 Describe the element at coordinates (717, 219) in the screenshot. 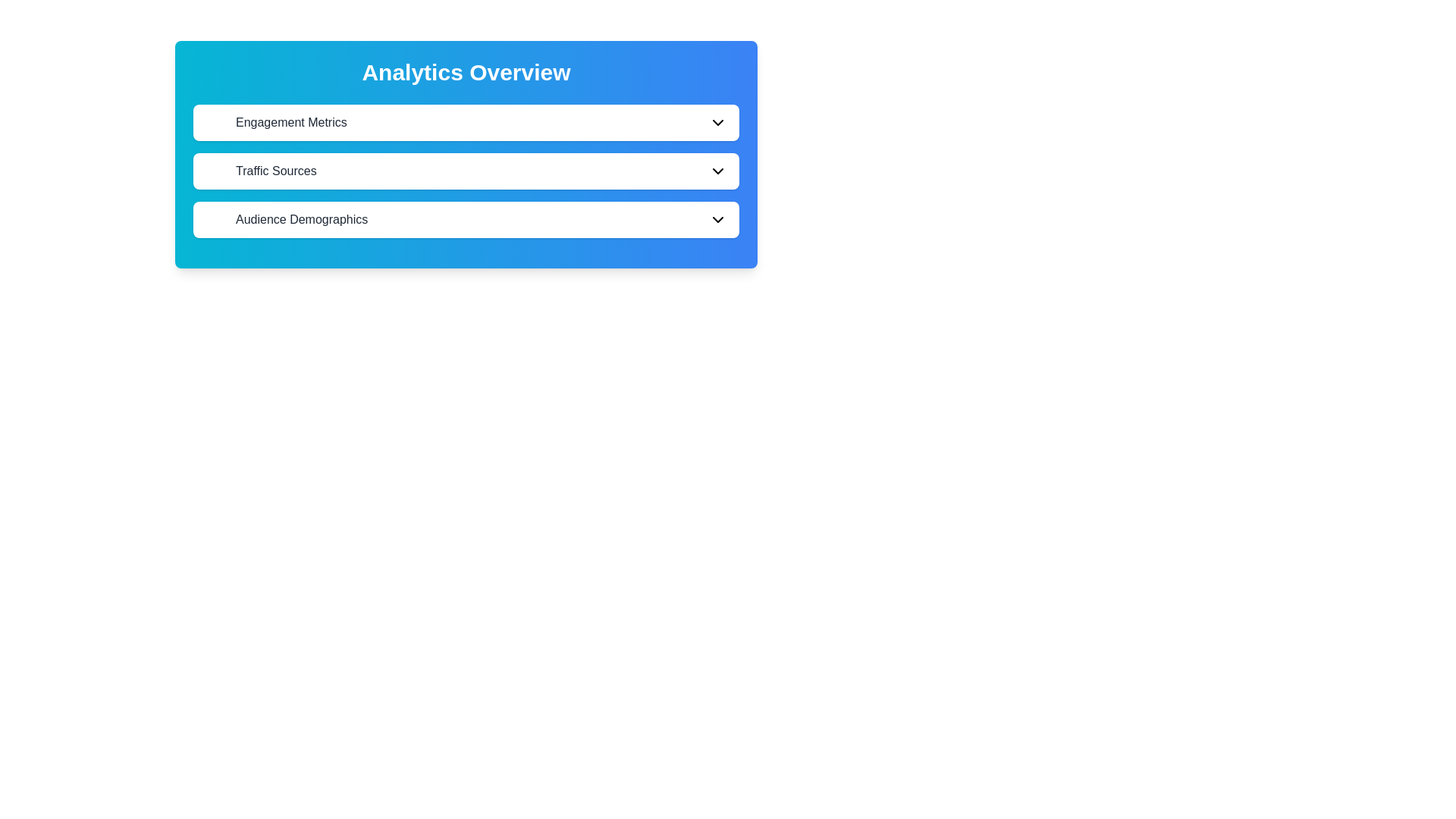

I see `the dropdown indicator icon located at the far right of the 'Audience Demographics' button` at that location.